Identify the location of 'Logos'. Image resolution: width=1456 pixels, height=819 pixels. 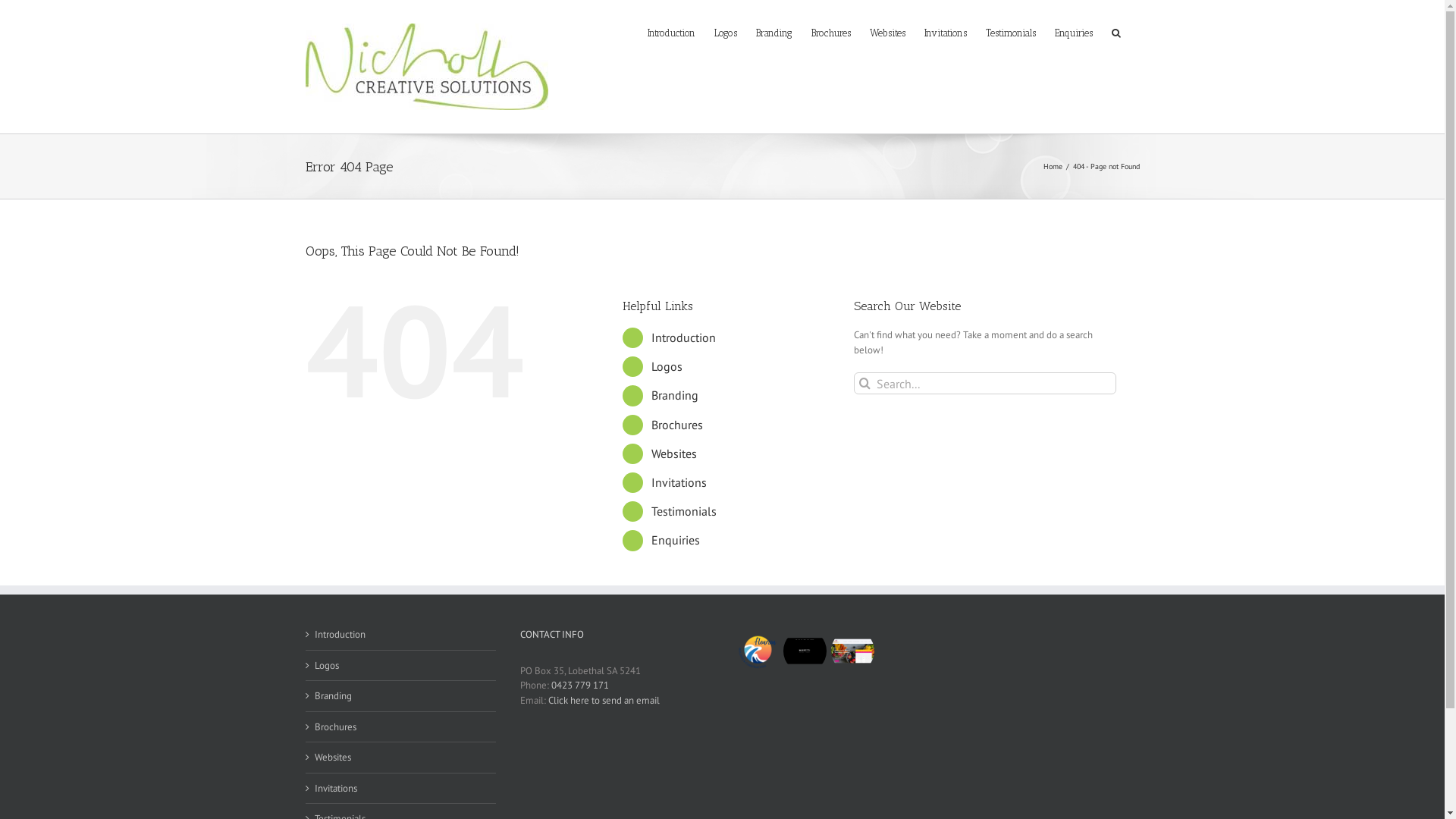
(713, 32).